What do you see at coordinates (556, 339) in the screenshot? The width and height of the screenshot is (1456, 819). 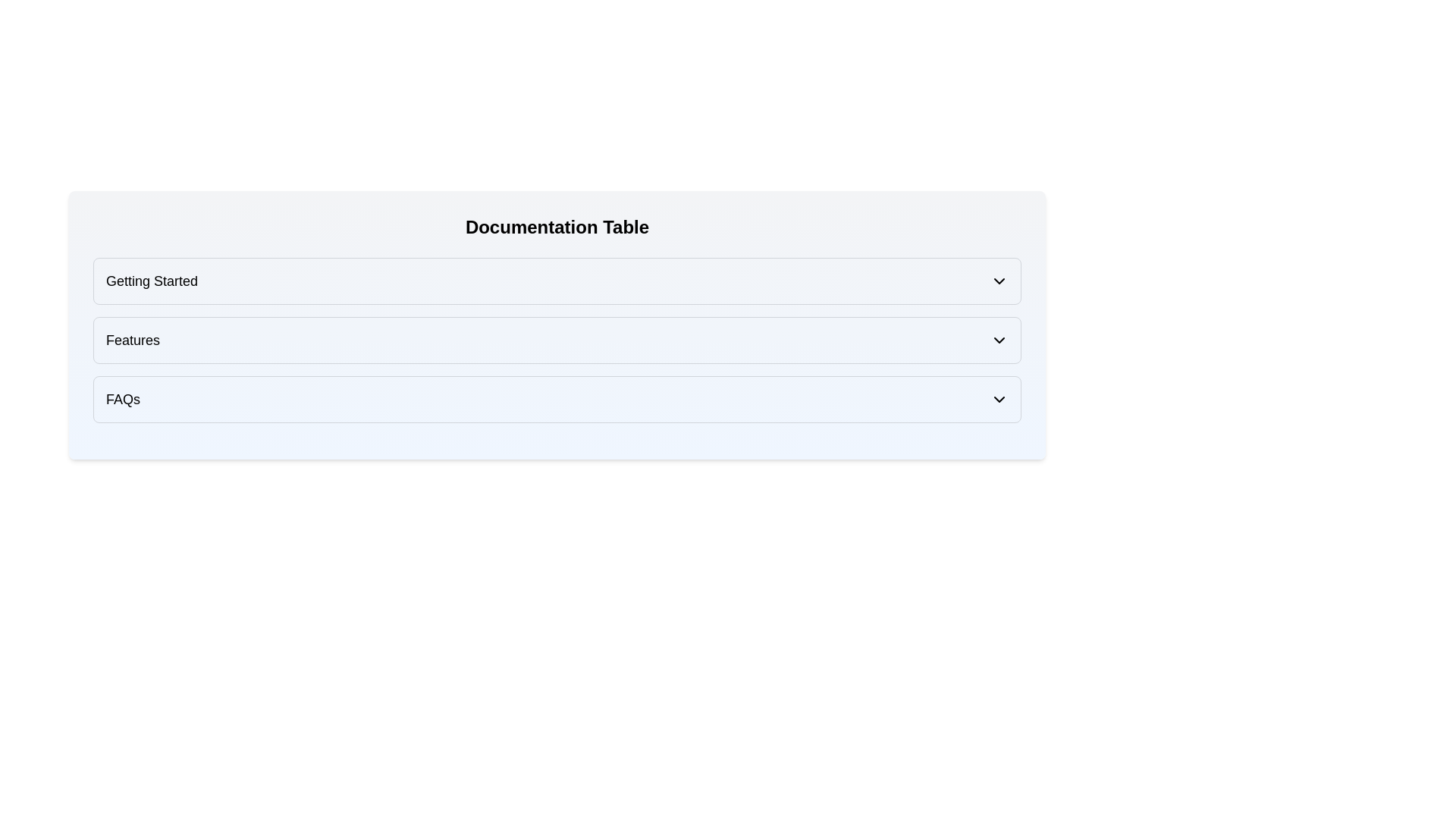 I see `the toggle button located below 'Getting Started' and above 'FAQs'` at bounding box center [556, 339].